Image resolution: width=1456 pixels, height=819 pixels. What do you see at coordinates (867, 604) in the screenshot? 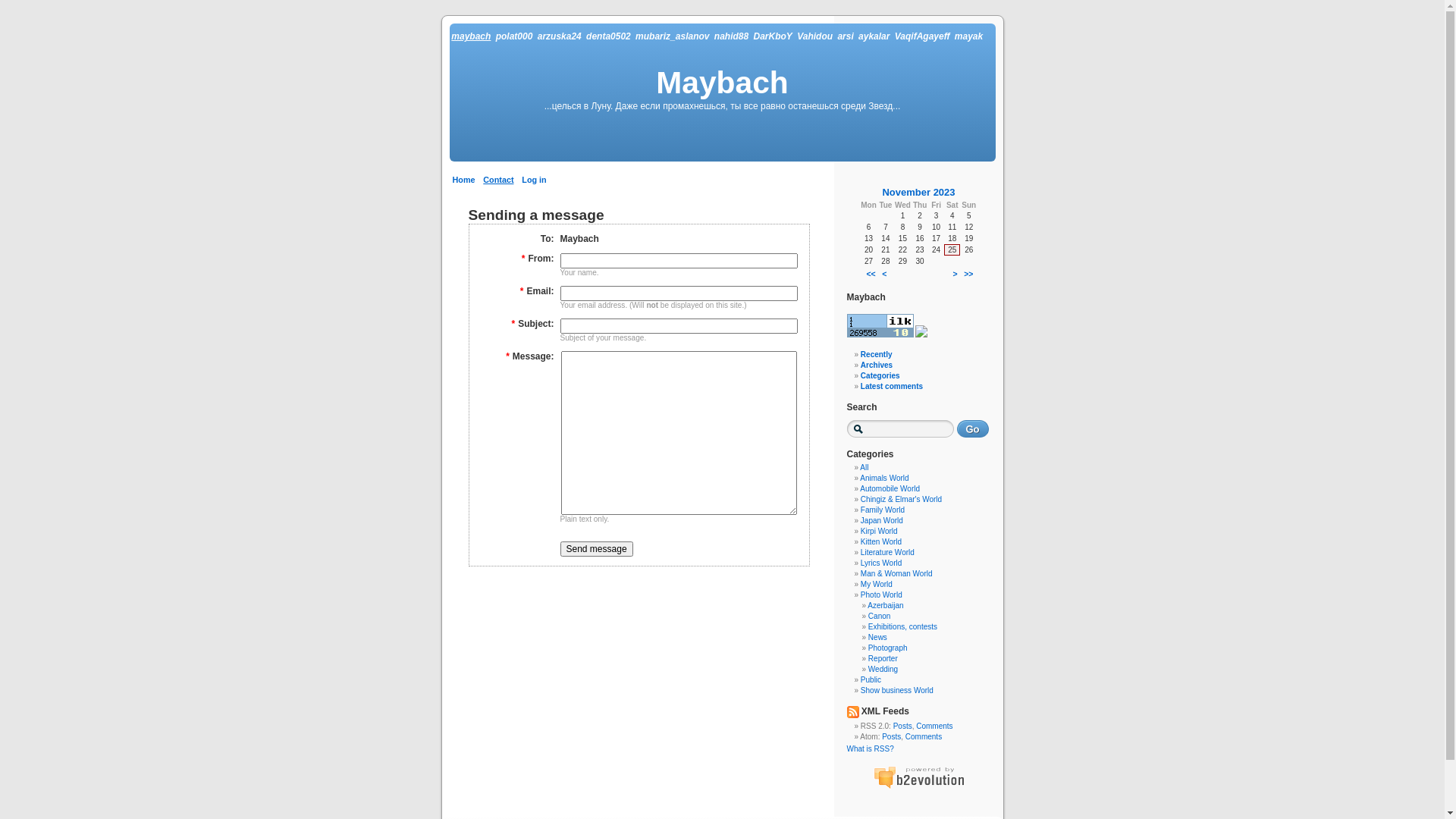
I see `'Azerbaijan'` at bounding box center [867, 604].